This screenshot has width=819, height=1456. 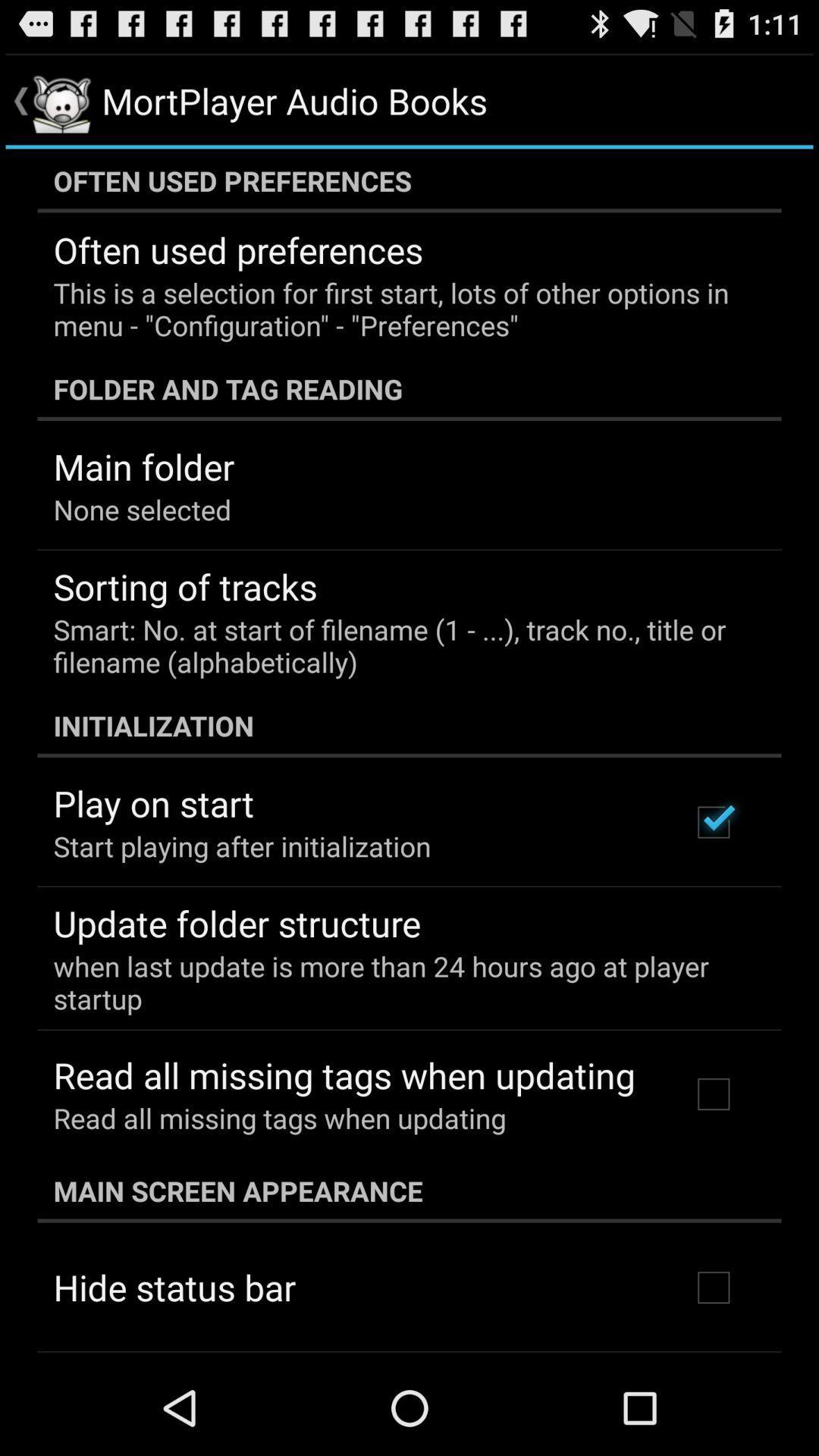 What do you see at coordinates (237, 922) in the screenshot?
I see `item above the when last update app` at bounding box center [237, 922].